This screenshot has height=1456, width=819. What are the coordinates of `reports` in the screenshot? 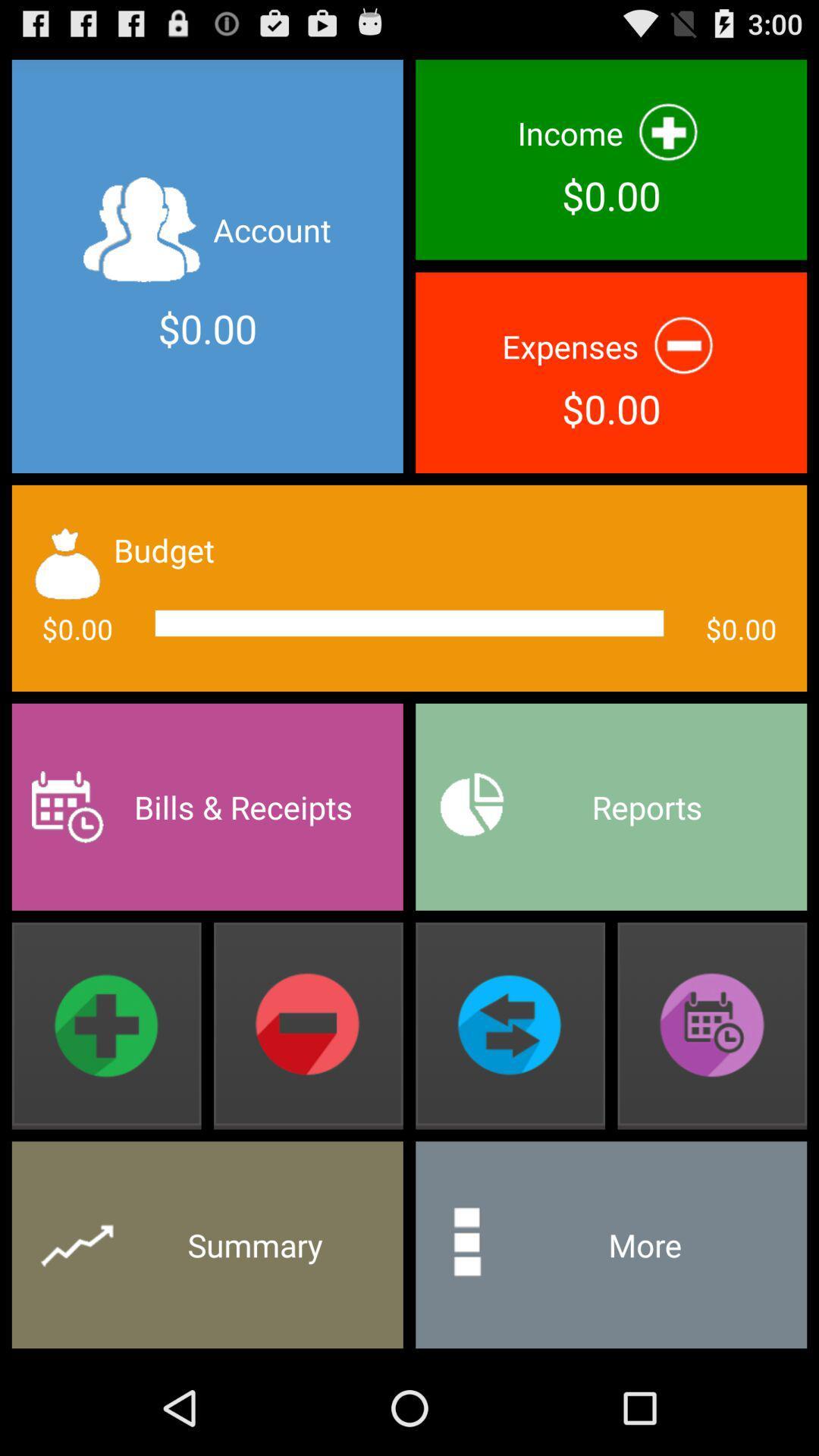 It's located at (610, 806).